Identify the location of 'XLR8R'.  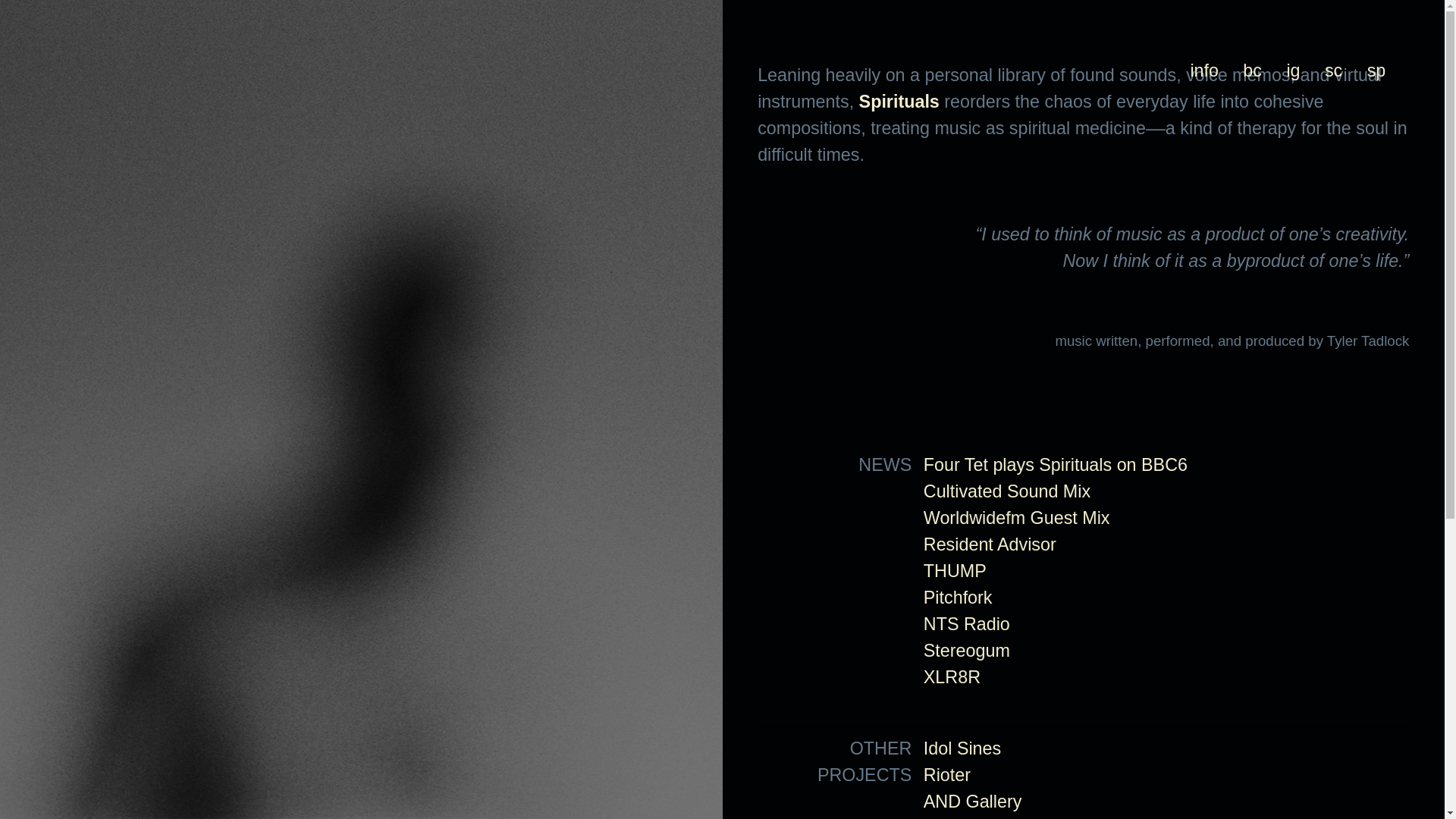
(951, 677).